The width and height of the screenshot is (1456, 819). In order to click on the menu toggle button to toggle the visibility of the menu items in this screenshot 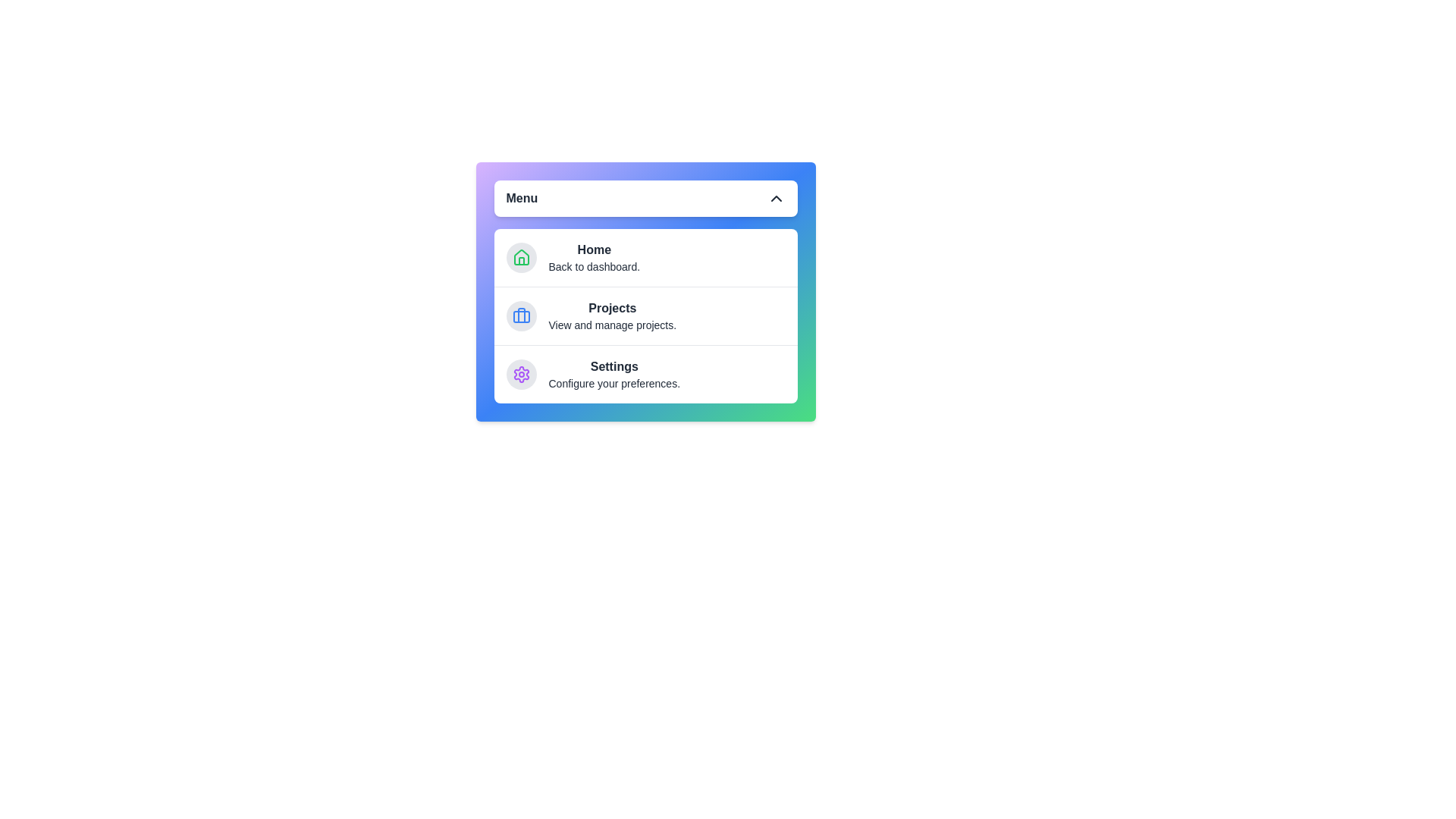, I will do `click(645, 198)`.